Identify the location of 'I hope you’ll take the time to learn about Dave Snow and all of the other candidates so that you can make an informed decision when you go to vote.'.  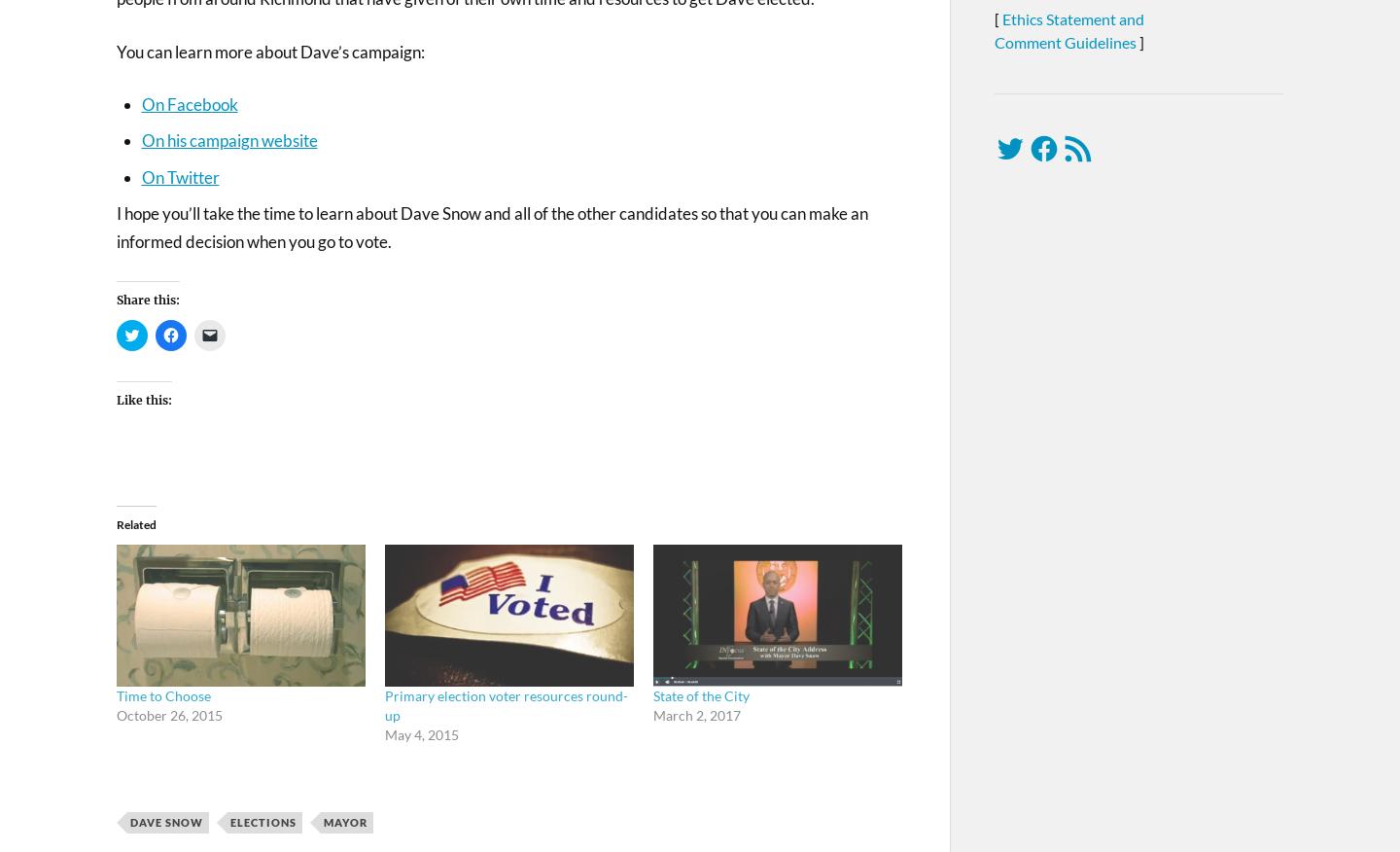
(491, 226).